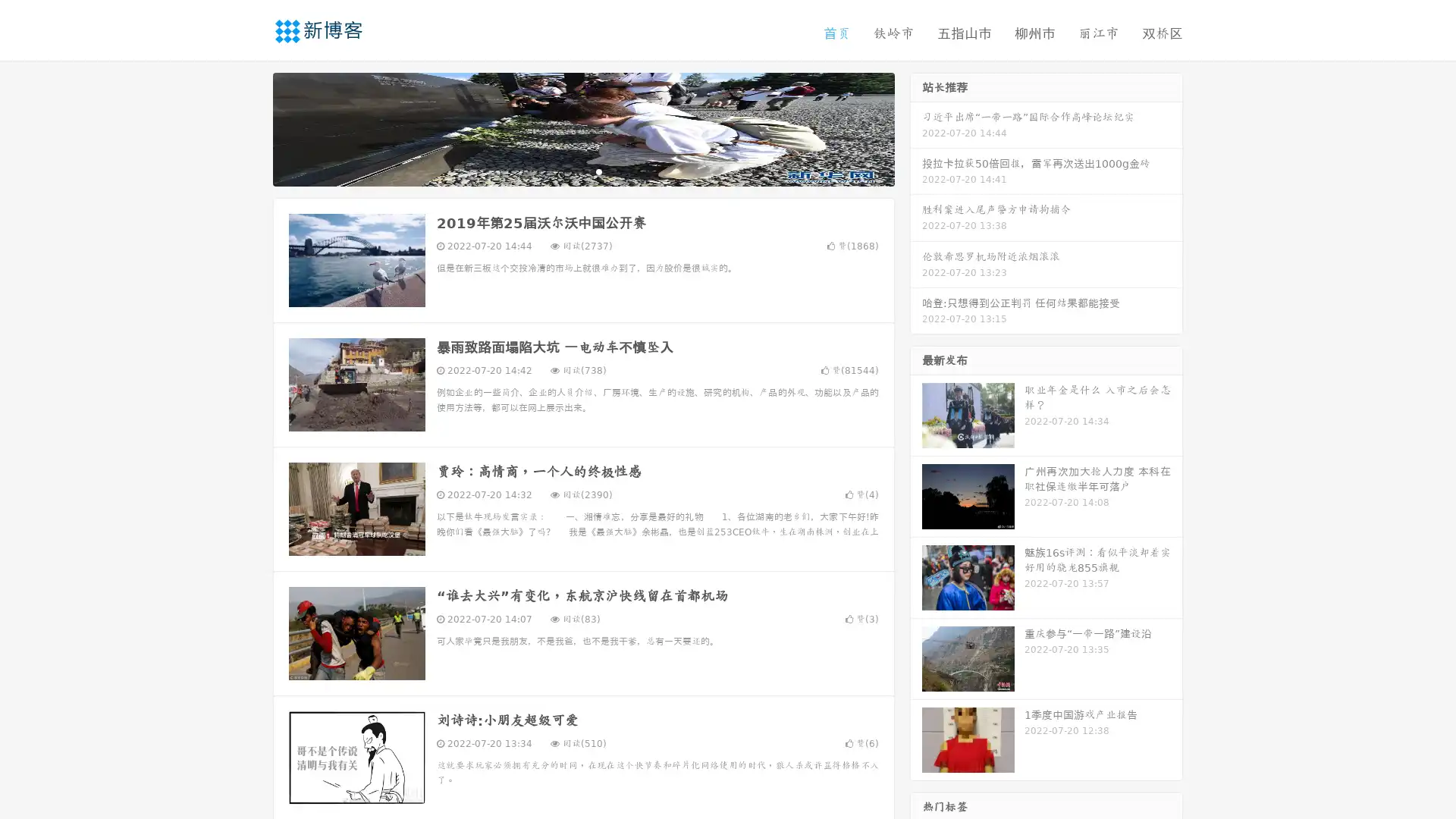  I want to click on Go to slide 2, so click(582, 171).